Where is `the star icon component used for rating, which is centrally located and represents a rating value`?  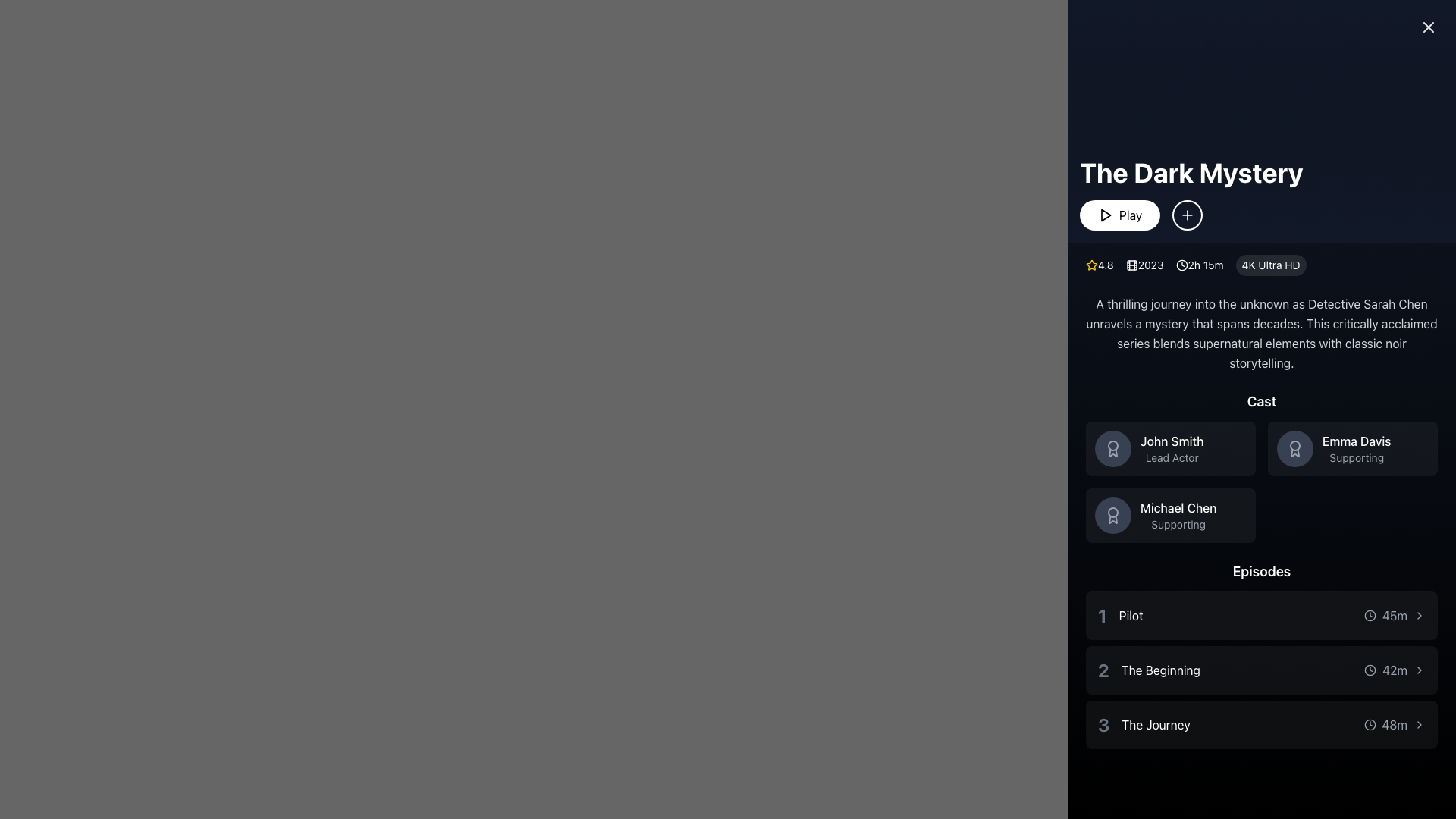 the star icon component used for rating, which is centrally located and represents a rating value is located at coordinates (1092, 264).